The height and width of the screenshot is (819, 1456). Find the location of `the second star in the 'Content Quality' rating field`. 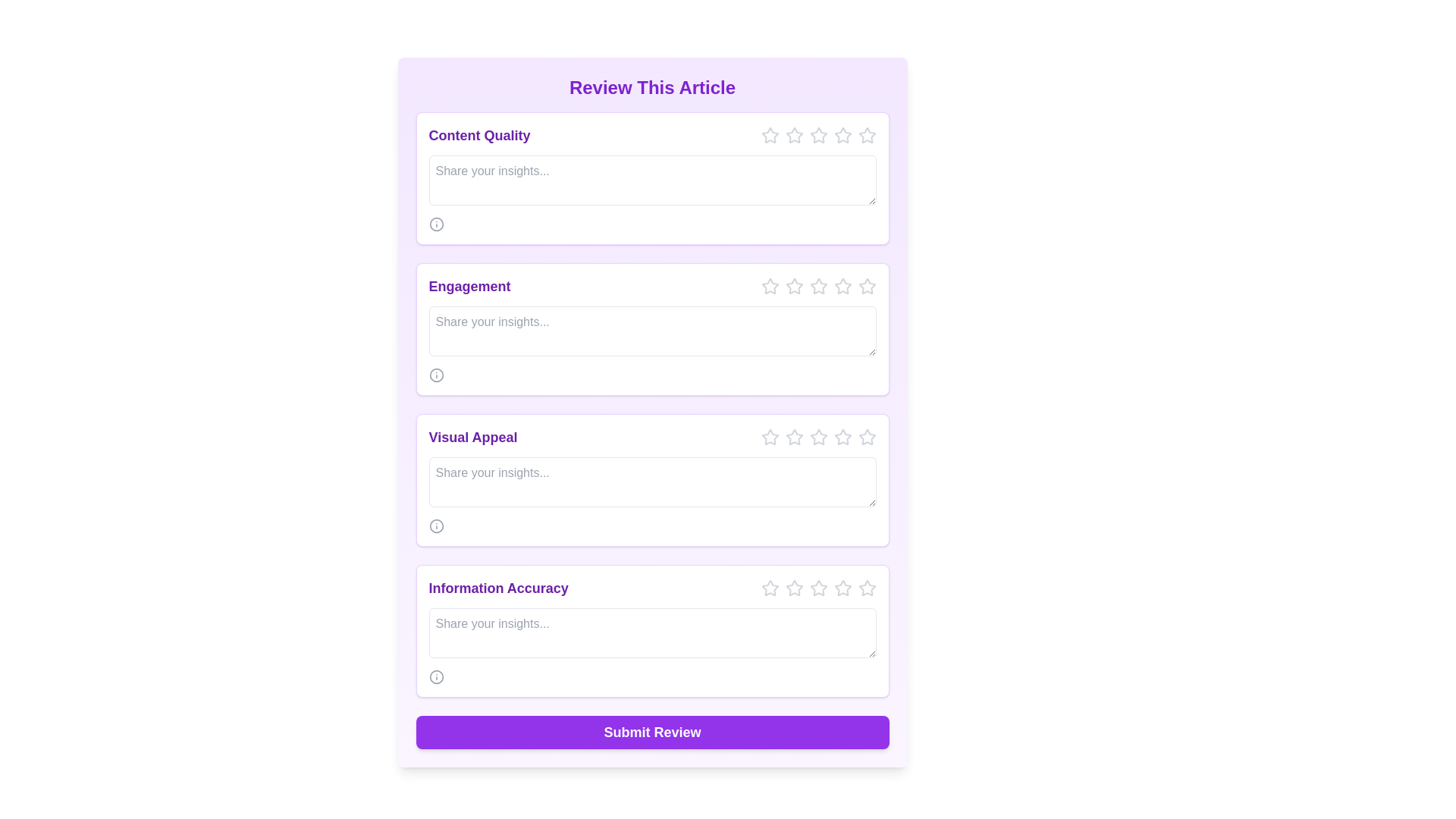

the second star in the 'Content Quality' rating field is located at coordinates (793, 134).